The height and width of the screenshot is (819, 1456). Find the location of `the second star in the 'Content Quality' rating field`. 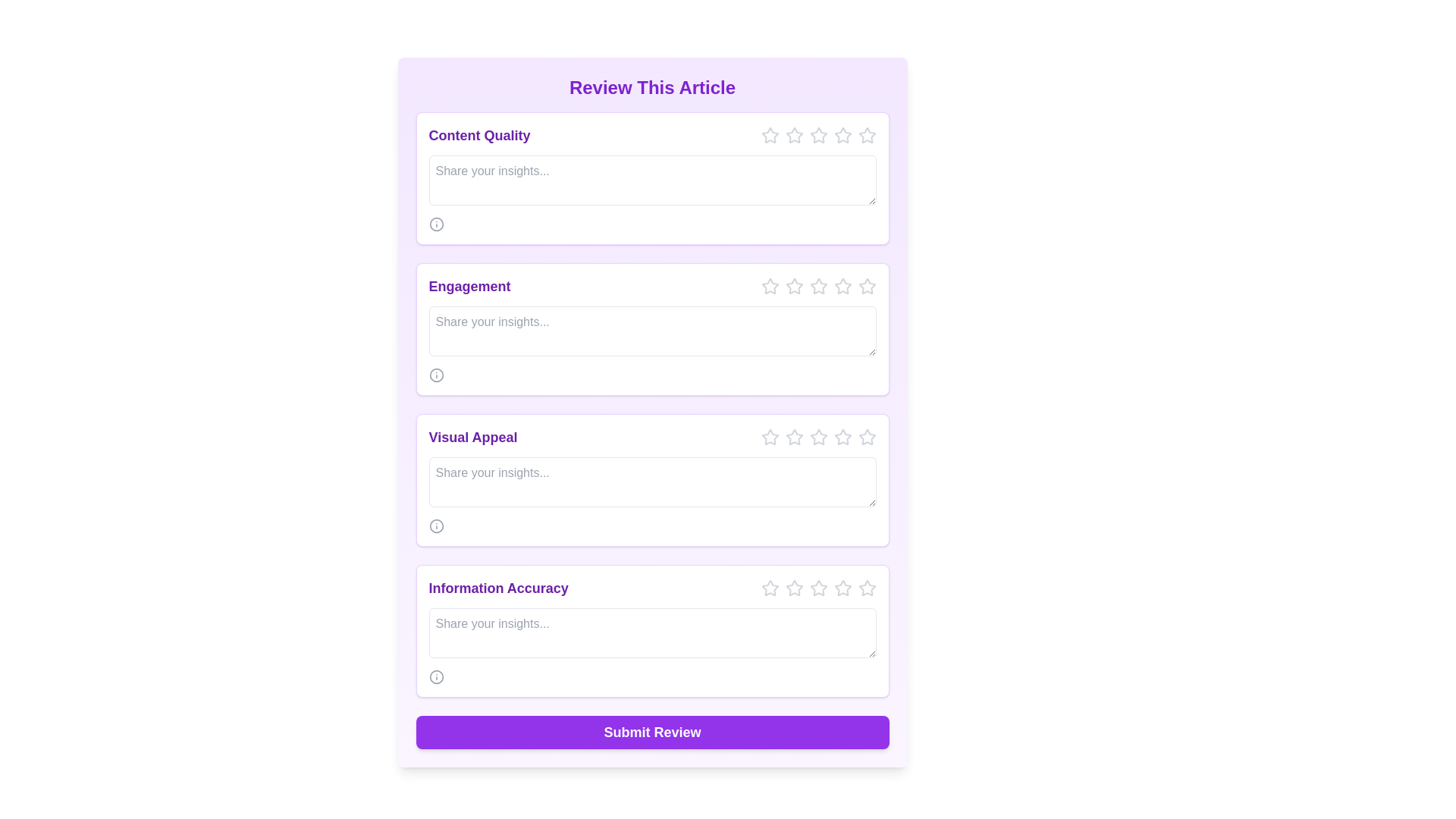

the second star in the 'Content Quality' rating field is located at coordinates (793, 134).